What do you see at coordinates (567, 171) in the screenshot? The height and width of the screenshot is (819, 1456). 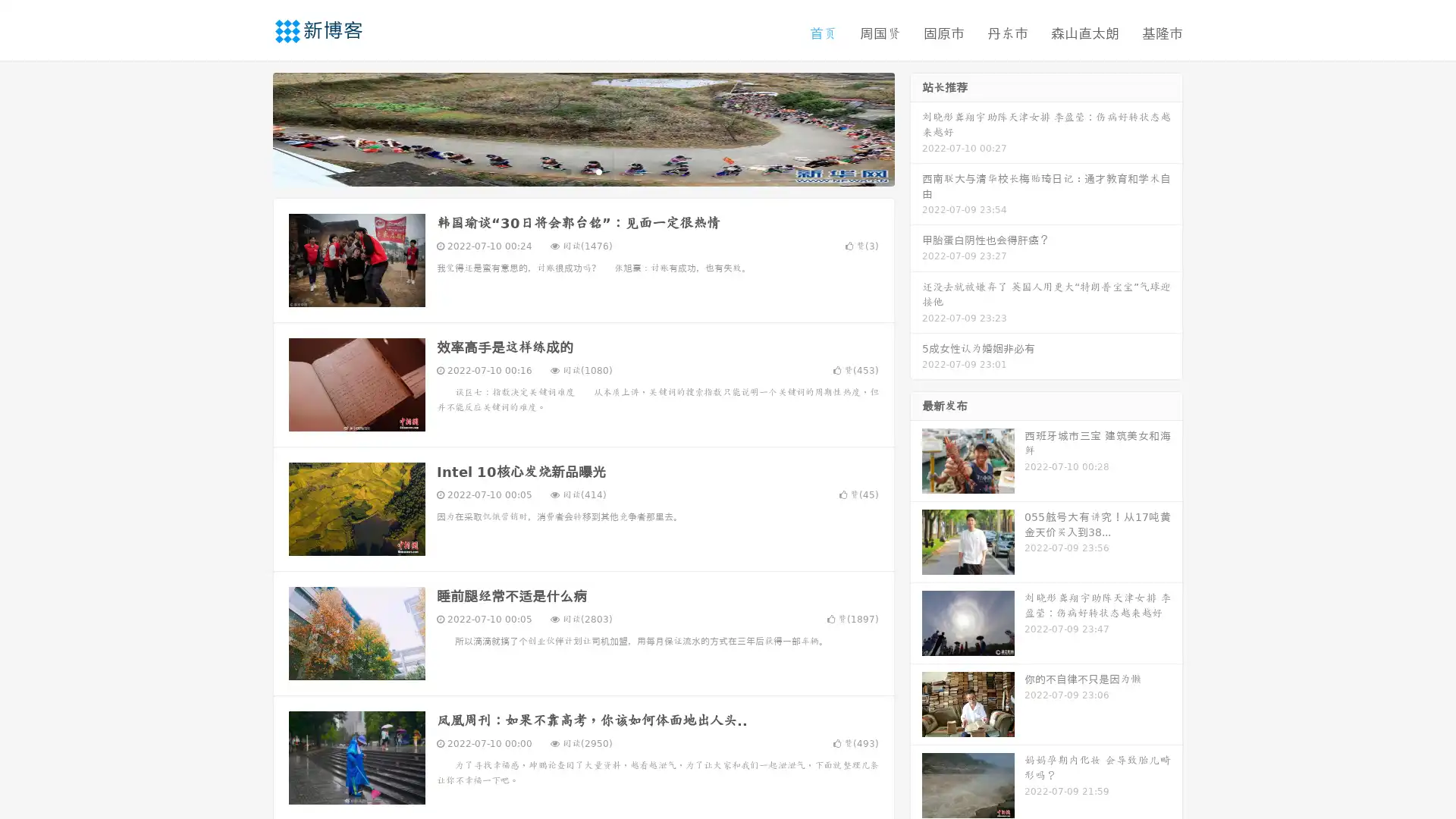 I see `Go to slide 1` at bounding box center [567, 171].